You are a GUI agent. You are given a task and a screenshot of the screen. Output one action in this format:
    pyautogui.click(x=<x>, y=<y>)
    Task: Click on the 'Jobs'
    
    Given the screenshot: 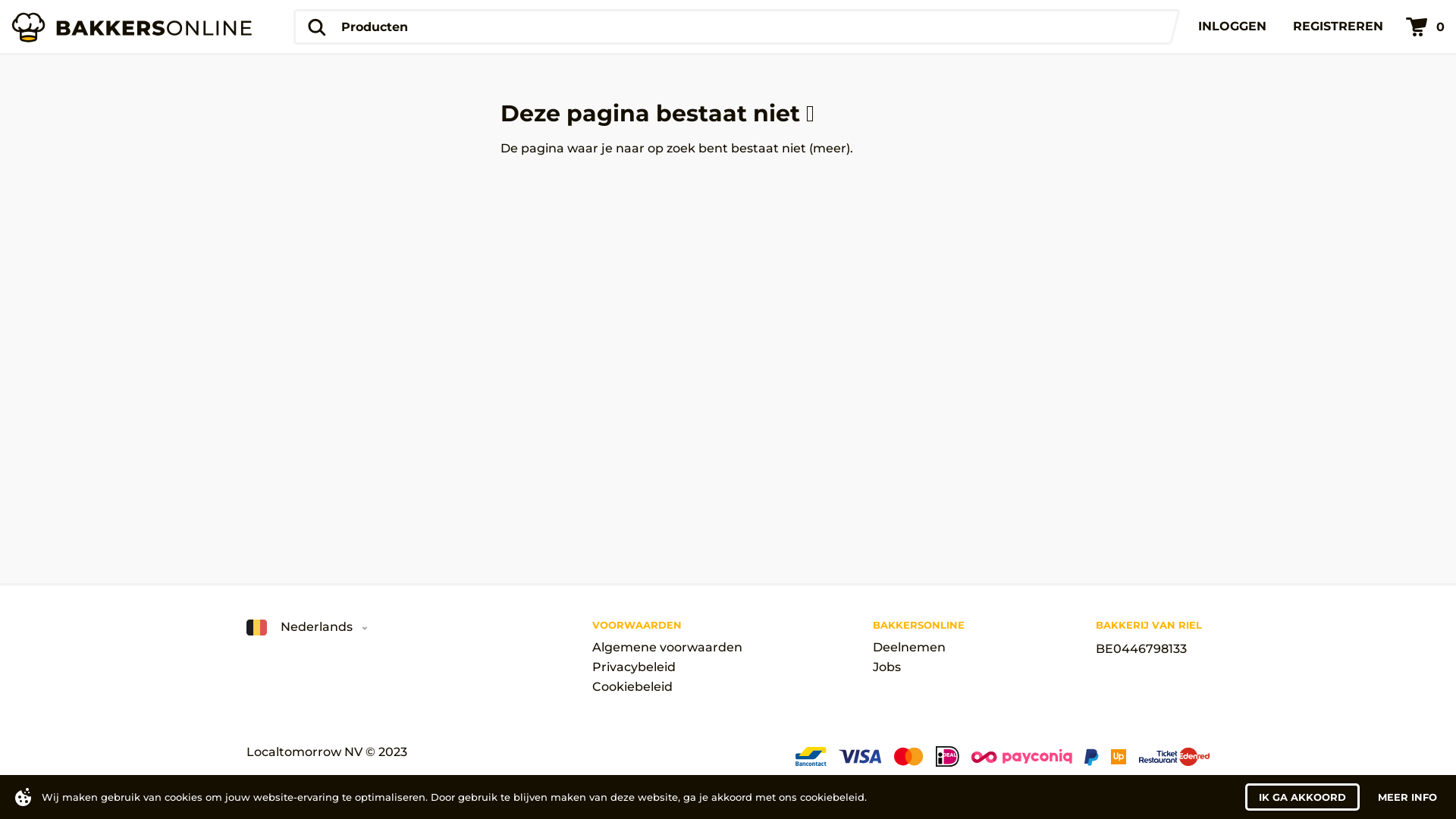 What is the action you would take?
    pyautogui.click(x=873, y=666)
    